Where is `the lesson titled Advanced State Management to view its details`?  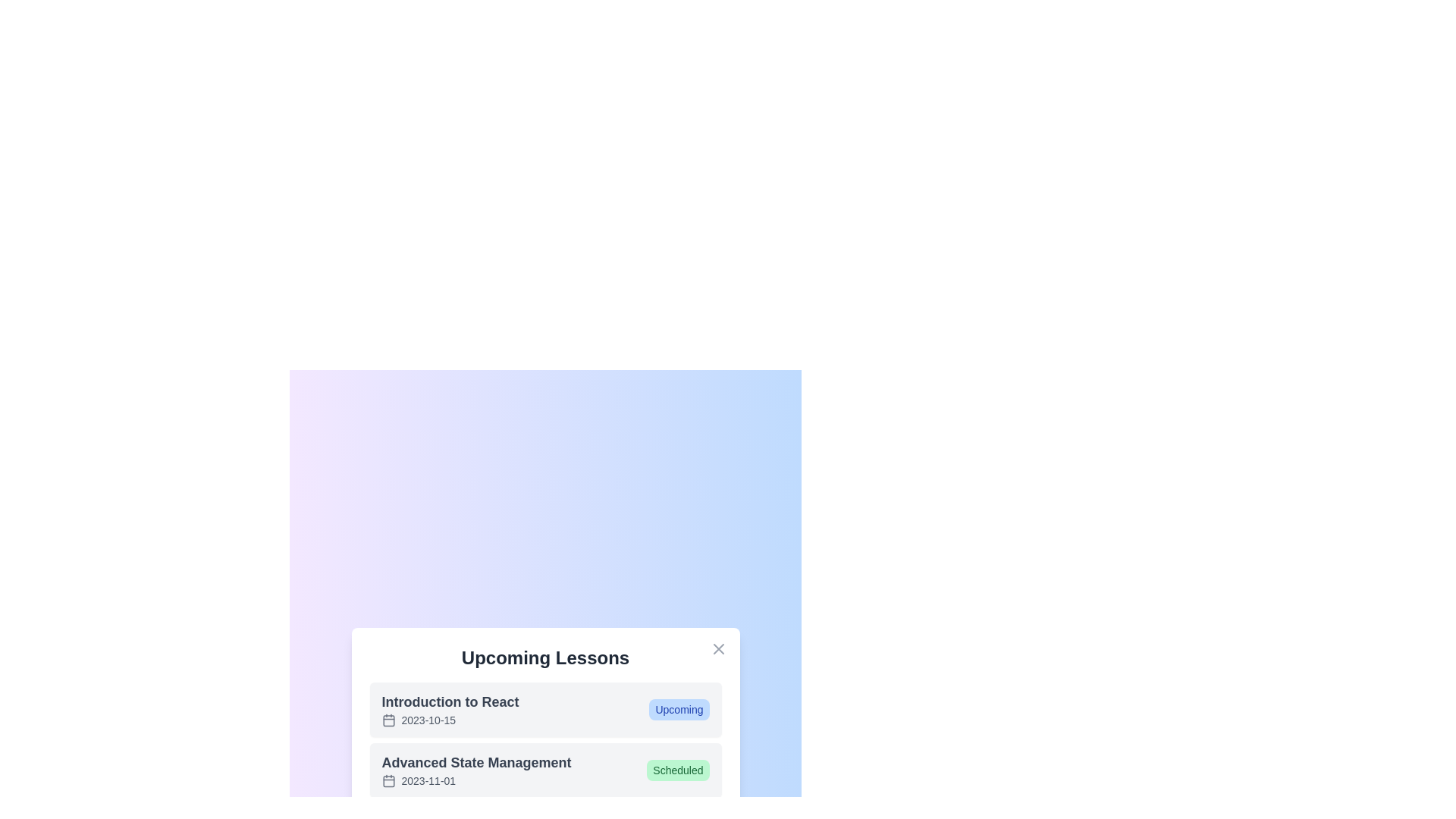
the lesson titled Advanced State Management to view its details is located at coordinates (475, 770).